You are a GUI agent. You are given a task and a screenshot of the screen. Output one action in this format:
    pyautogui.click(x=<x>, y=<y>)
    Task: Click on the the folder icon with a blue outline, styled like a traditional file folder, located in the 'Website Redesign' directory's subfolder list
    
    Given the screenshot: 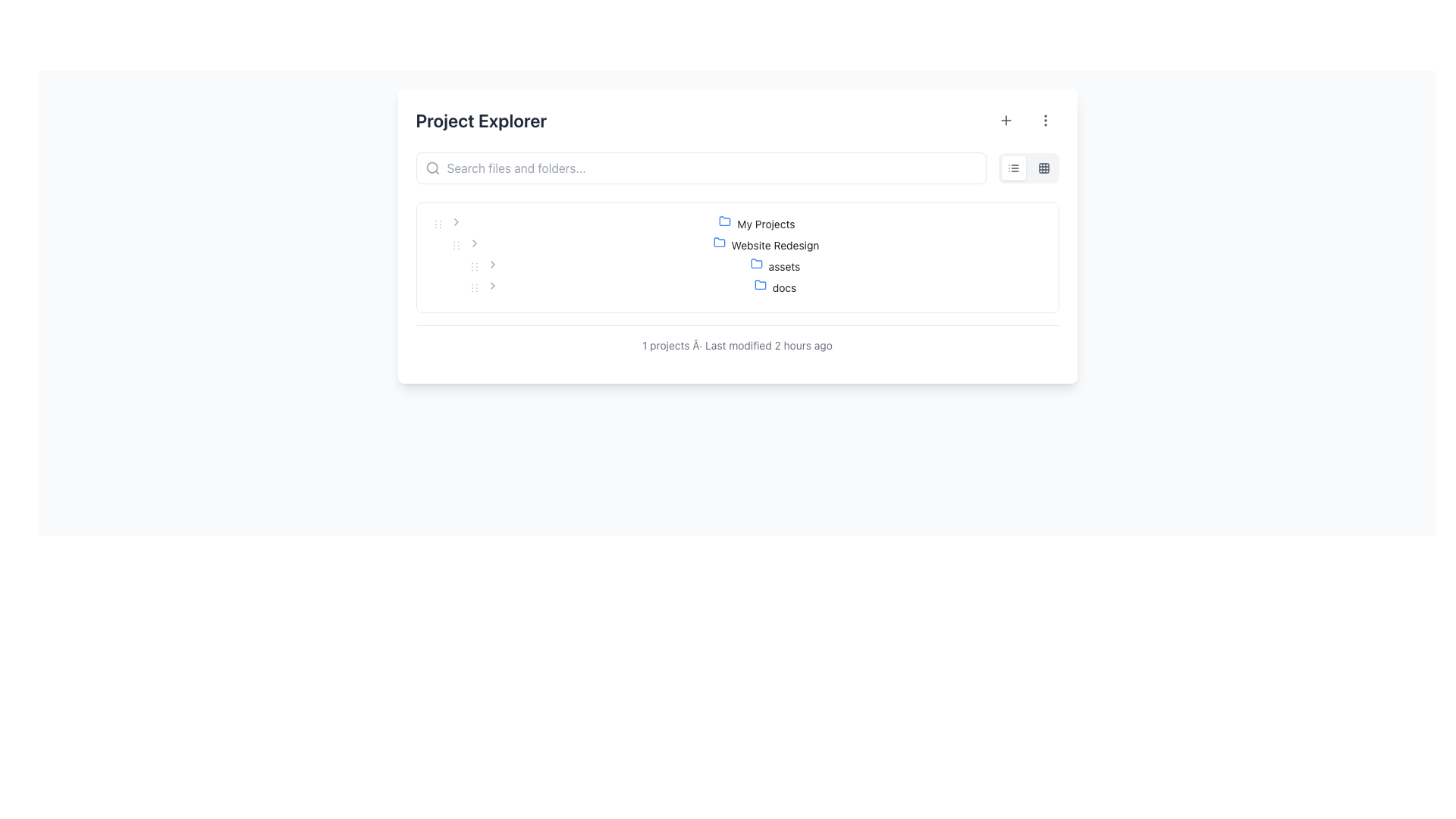 What is the action you would take?
    pyautogui.click(x=756, y=262)
    